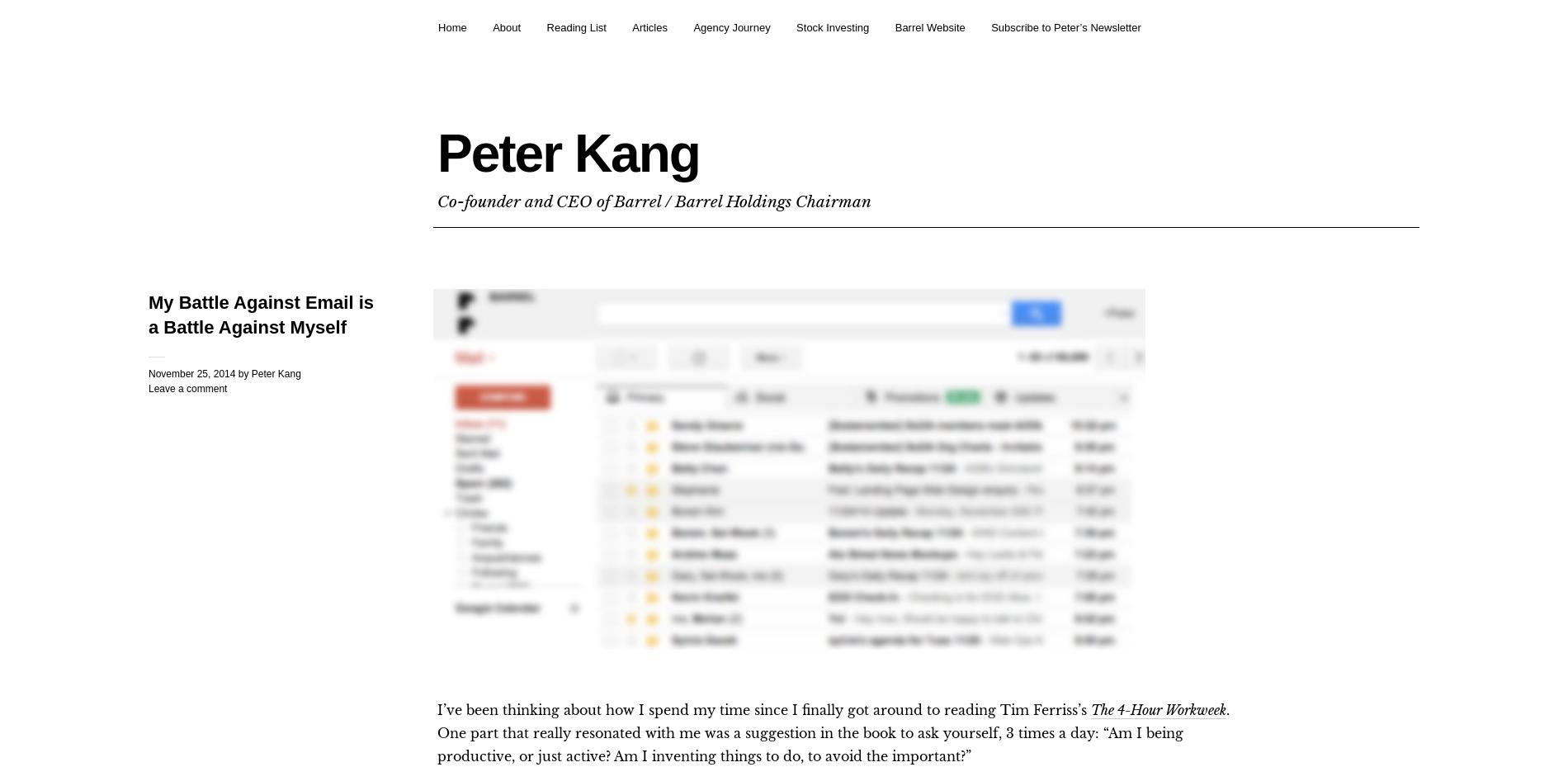 Image resolution: width=1568 pixels, height=767 pixels. Describe the element at coordinates (187, 387) in the screenshot. I see `'Leave a comment'` at that location.